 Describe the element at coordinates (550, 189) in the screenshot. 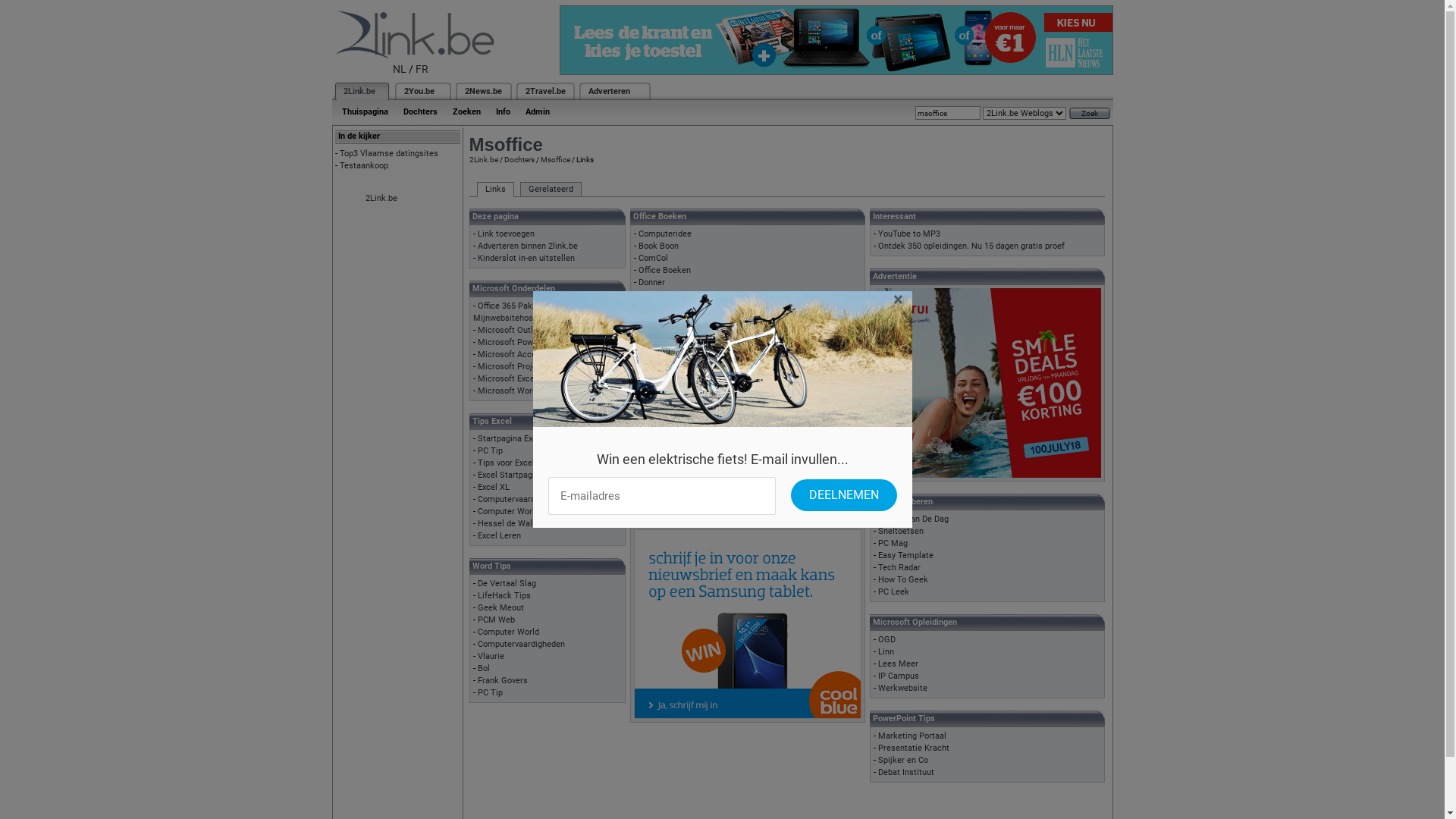

I see `'Gerelateerd'` at that location.